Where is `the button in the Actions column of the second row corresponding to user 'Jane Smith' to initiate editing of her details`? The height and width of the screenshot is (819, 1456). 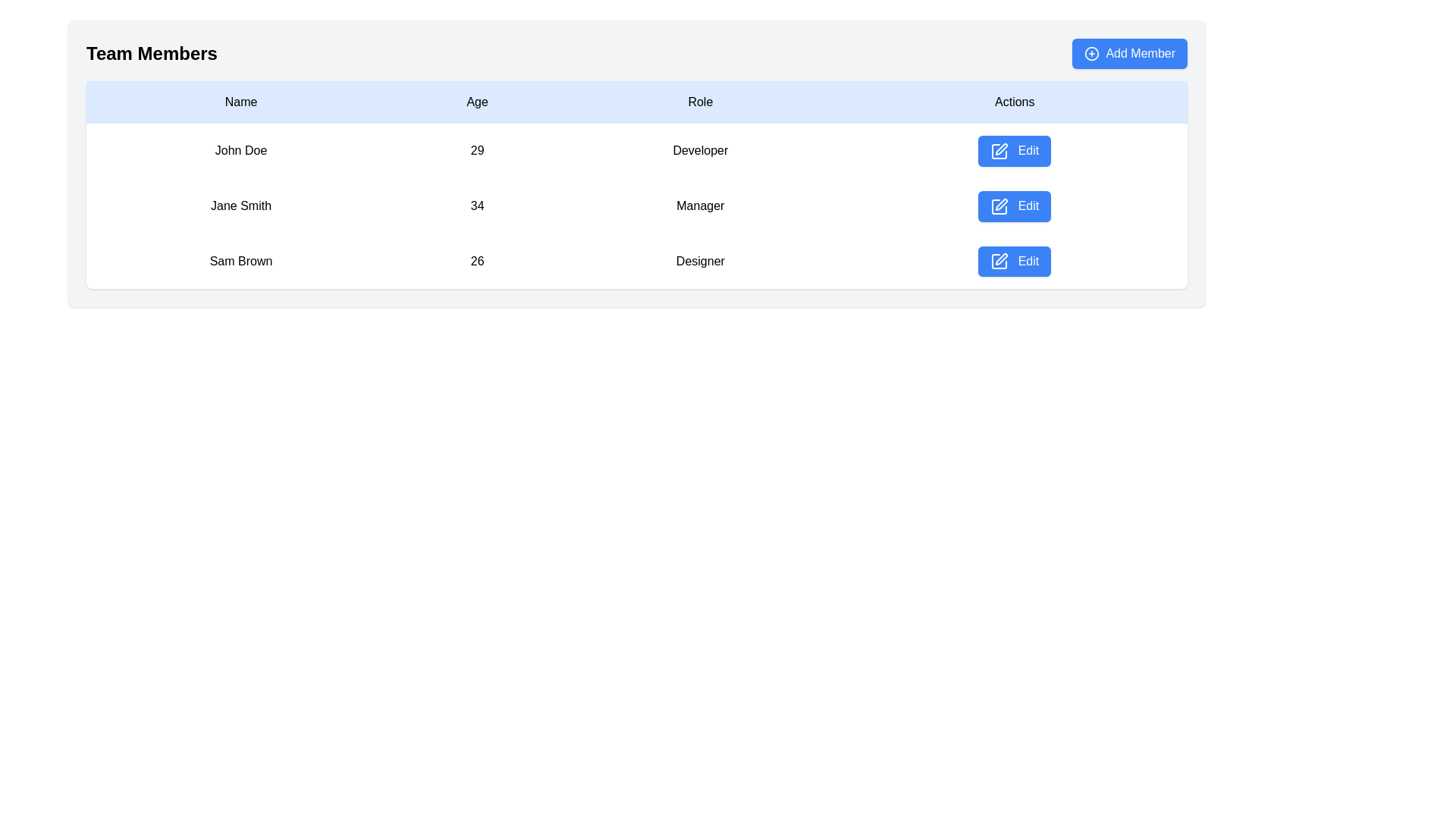 the button in the Actions column of the second row corresponding to user 'Jane Smith' to initiate editing of her details is located at coordinates (1015, 206).